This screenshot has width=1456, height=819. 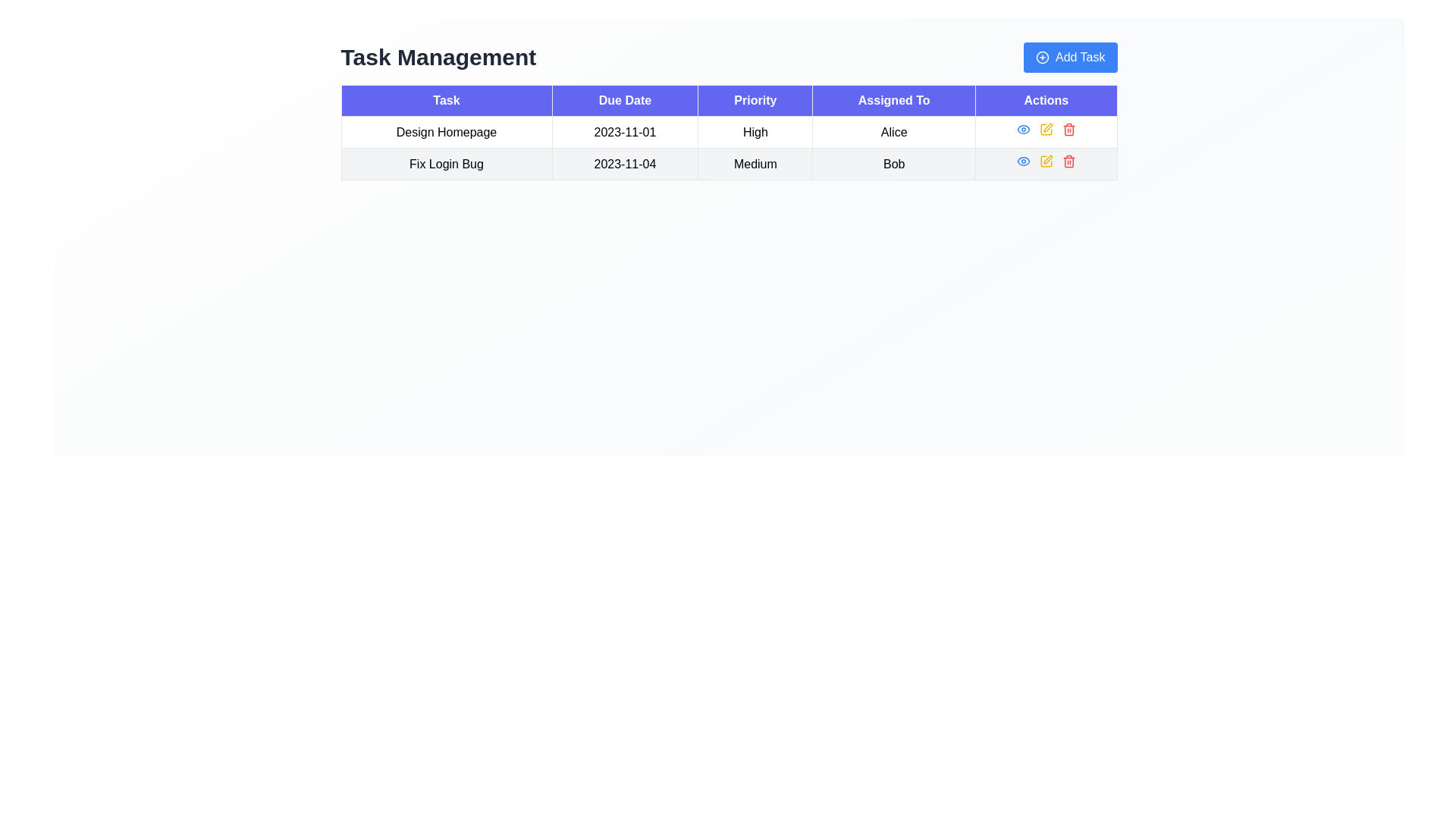 I want to click on the first header cell of the table, which displays the text 'Task' in white on a vivid blue background, so click(x=446, y=100).